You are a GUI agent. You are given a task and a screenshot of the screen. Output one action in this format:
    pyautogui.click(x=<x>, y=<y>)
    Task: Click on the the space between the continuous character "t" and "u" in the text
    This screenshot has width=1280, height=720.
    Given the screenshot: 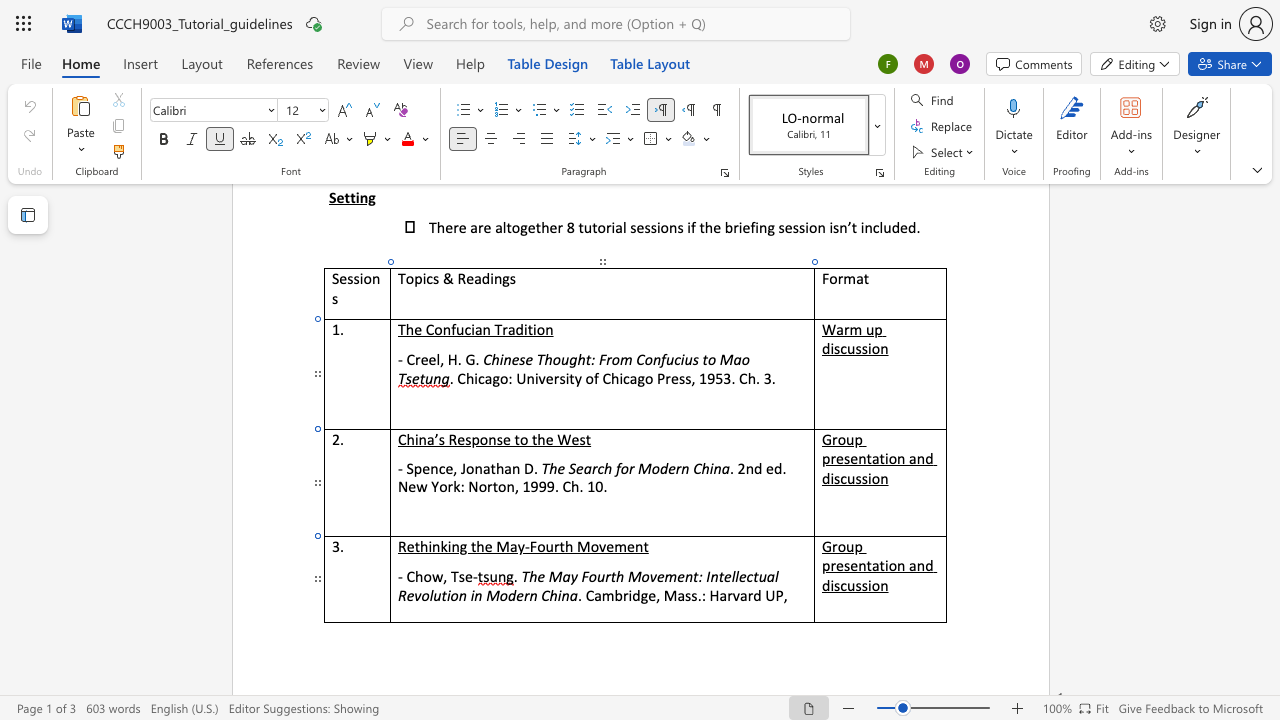 What is the action you would take?
    pyautogui.click(x=758, y=576)
    